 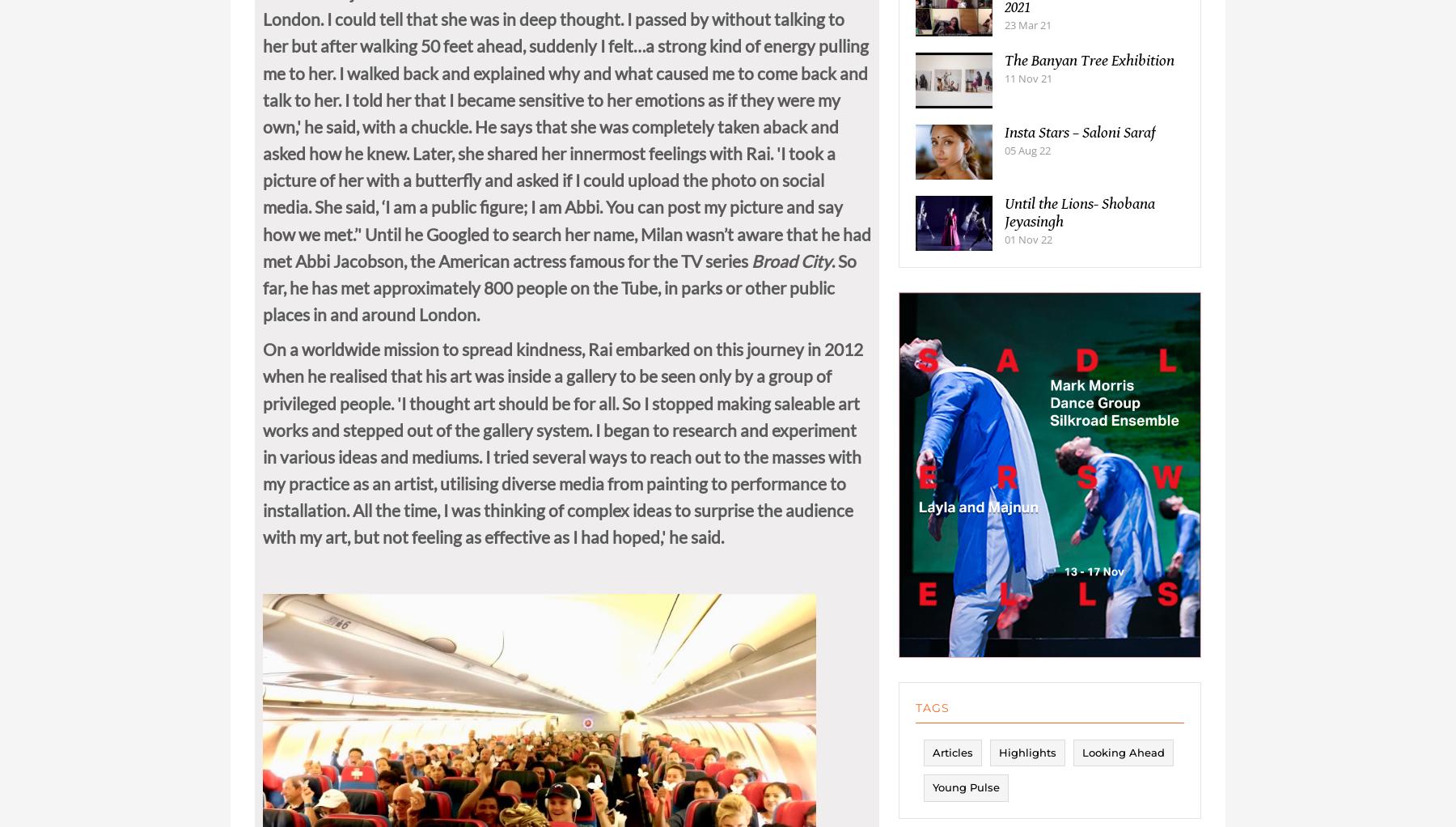 What do you see at coordinates (1027, 768) in the screenshot?
I see `'Highlights'` at bounding box center [1027, 768].